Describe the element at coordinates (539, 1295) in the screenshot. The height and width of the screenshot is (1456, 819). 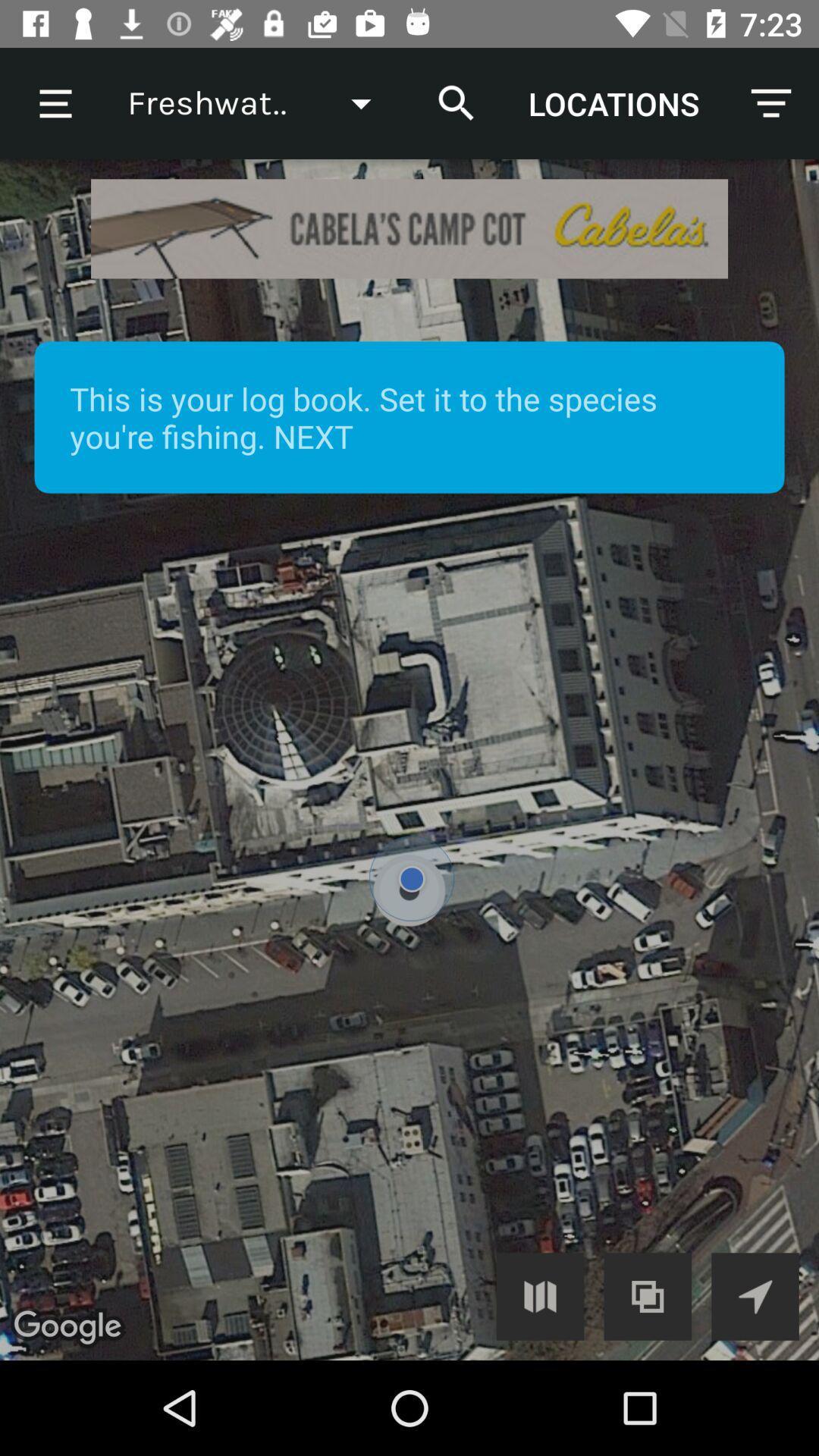
I see `log in` at that location.